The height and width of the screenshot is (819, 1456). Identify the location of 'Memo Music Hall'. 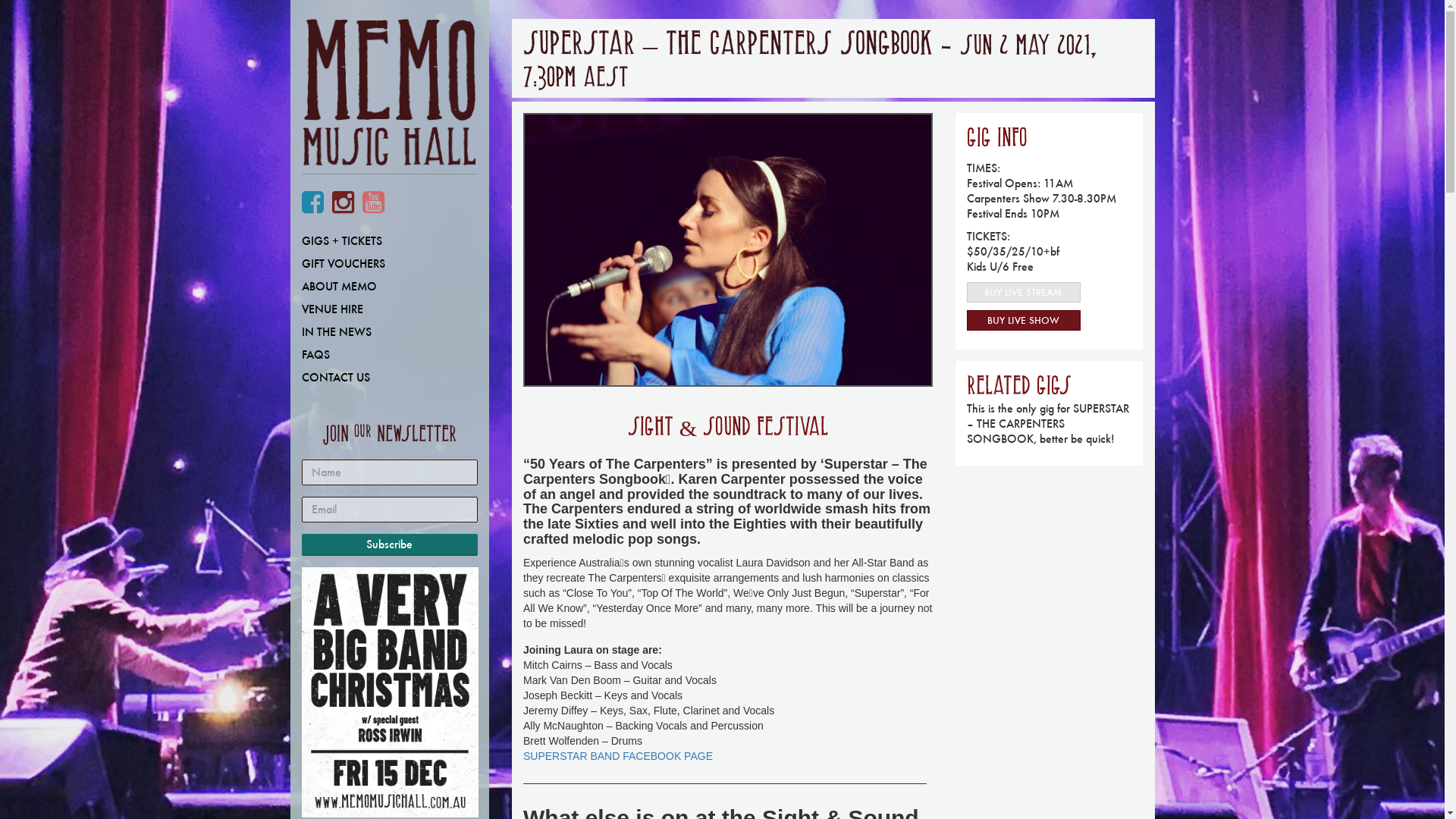
(302, 96).